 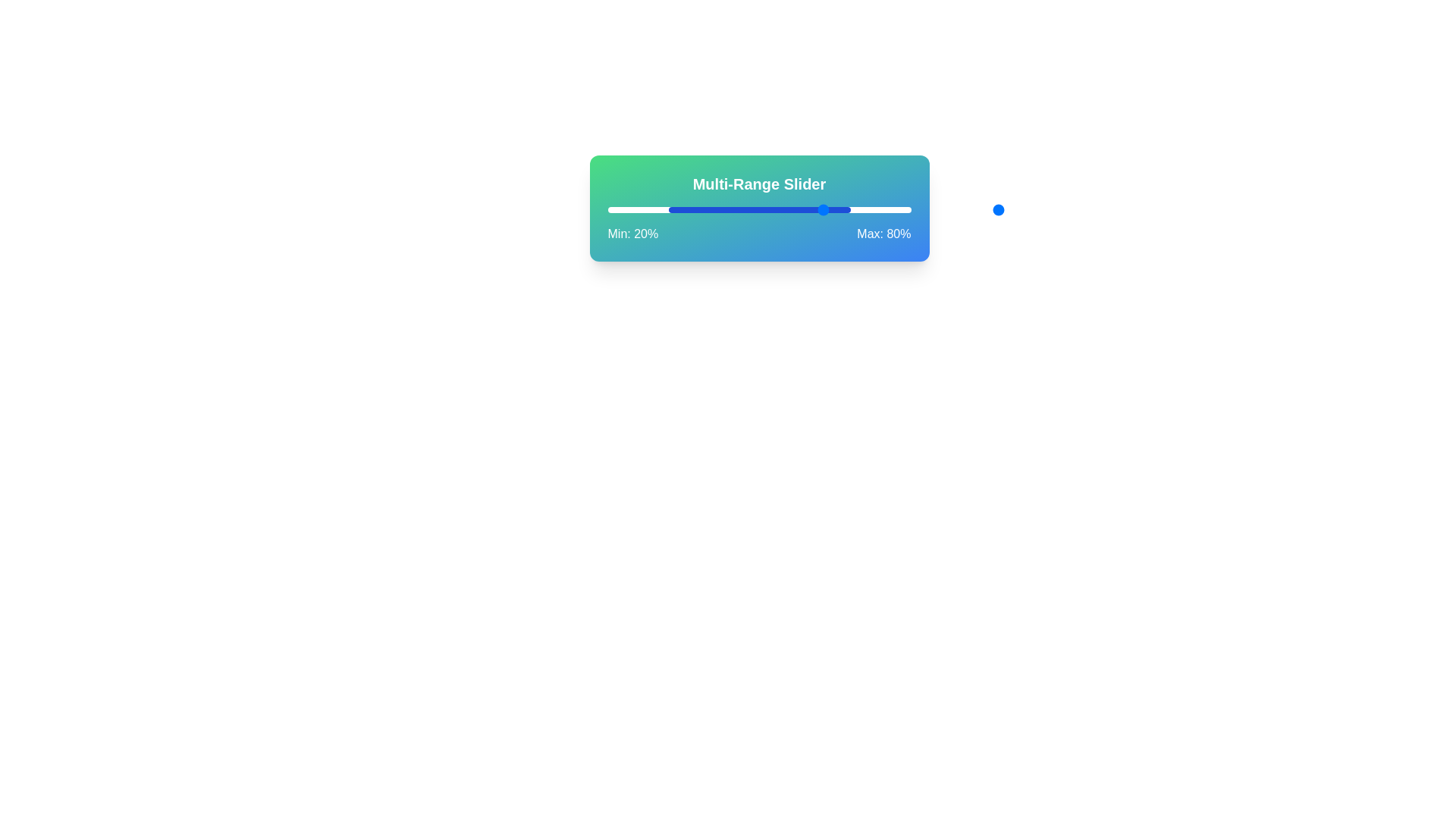 I want to click on the text display element that shows 'Min: 20%' and 'Max: 80%' within a gradient green-to-blue background, located below the 'Multi-Range Slider' title, so click(x=759, y=234).